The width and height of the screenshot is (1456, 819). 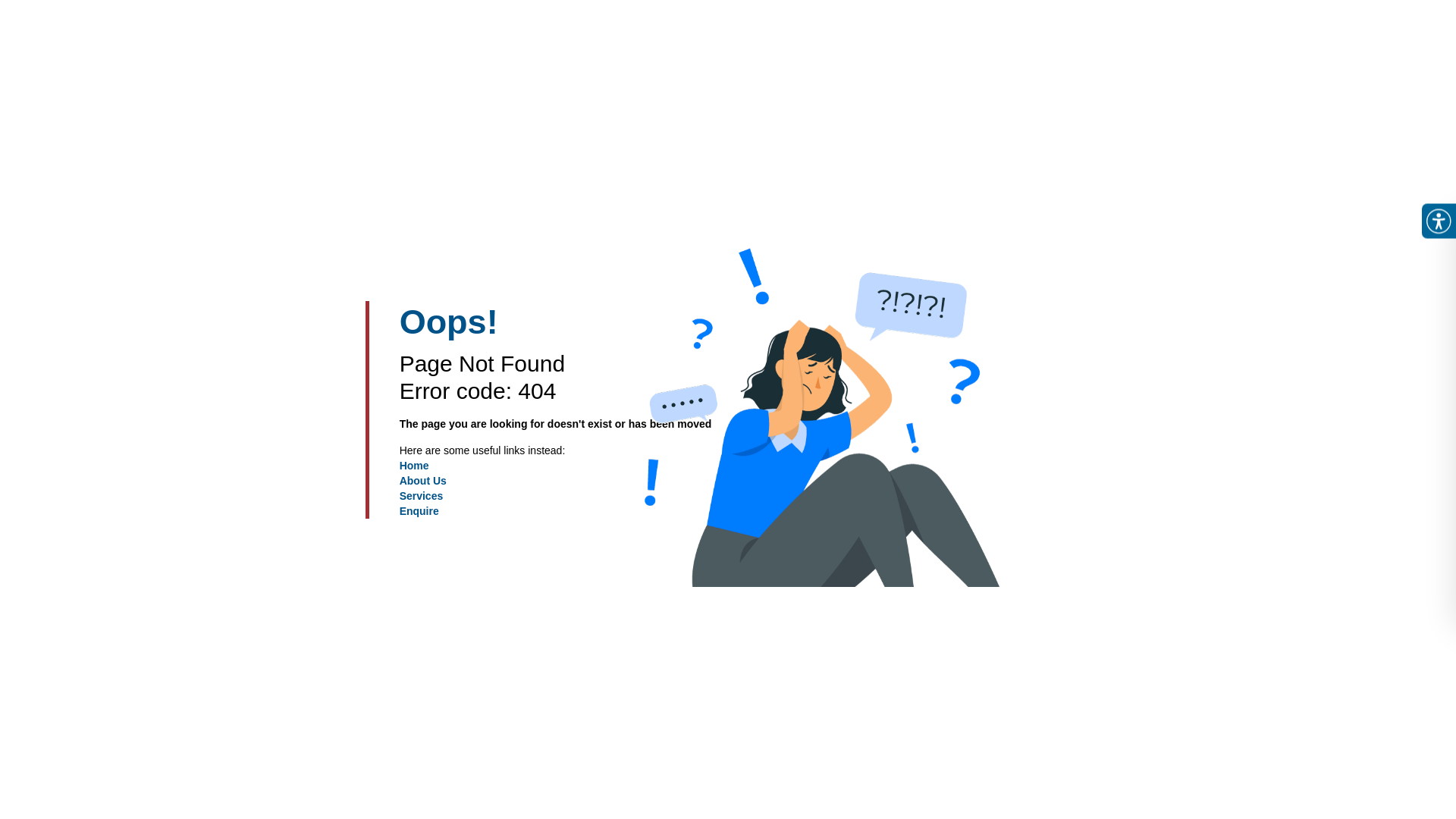 I want to click on 'About Us', so click(x=422, y=480).